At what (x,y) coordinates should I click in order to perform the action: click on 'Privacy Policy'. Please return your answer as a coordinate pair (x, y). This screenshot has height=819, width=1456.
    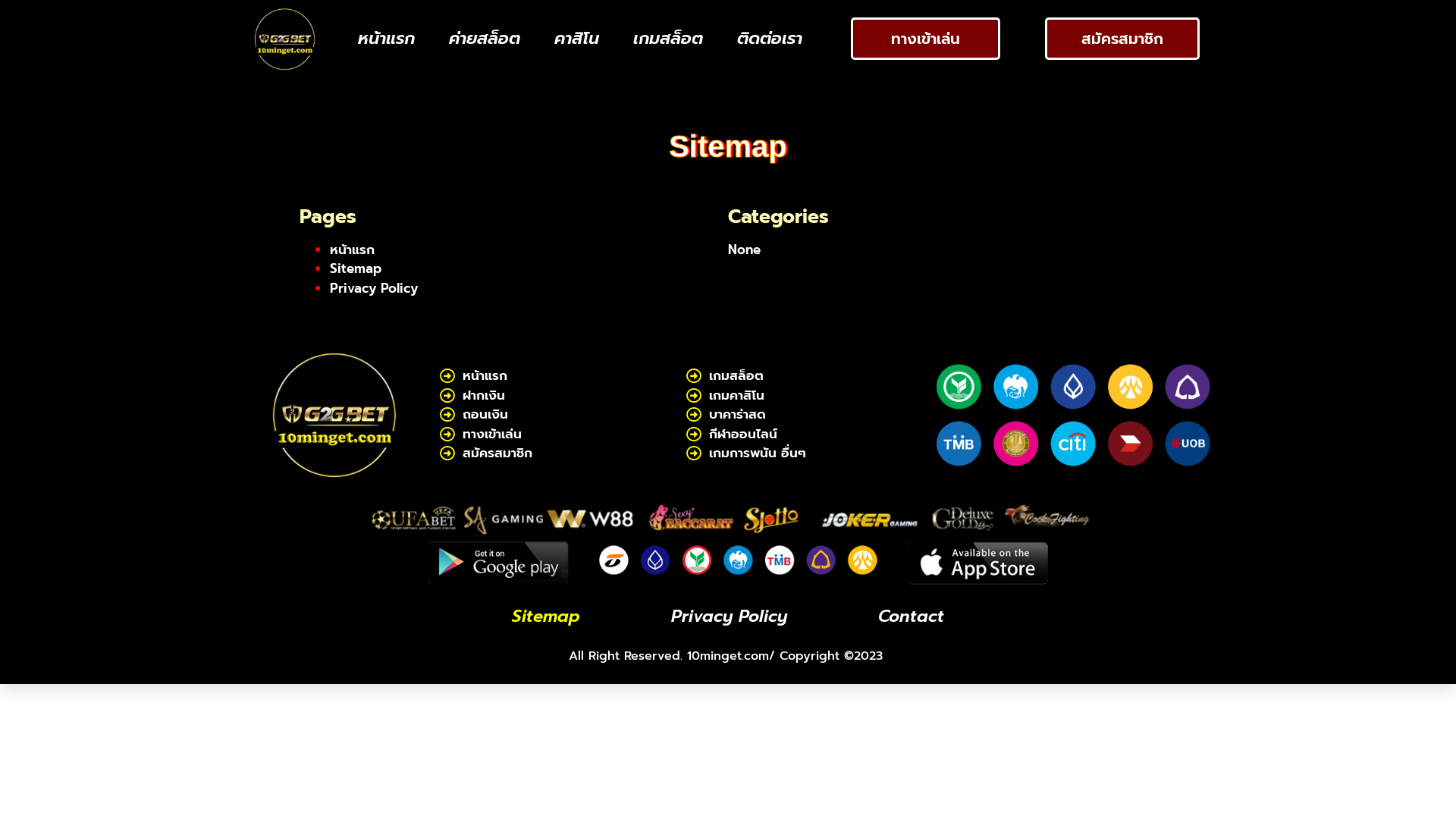
    Looking at the image, I should click on (329, 287).